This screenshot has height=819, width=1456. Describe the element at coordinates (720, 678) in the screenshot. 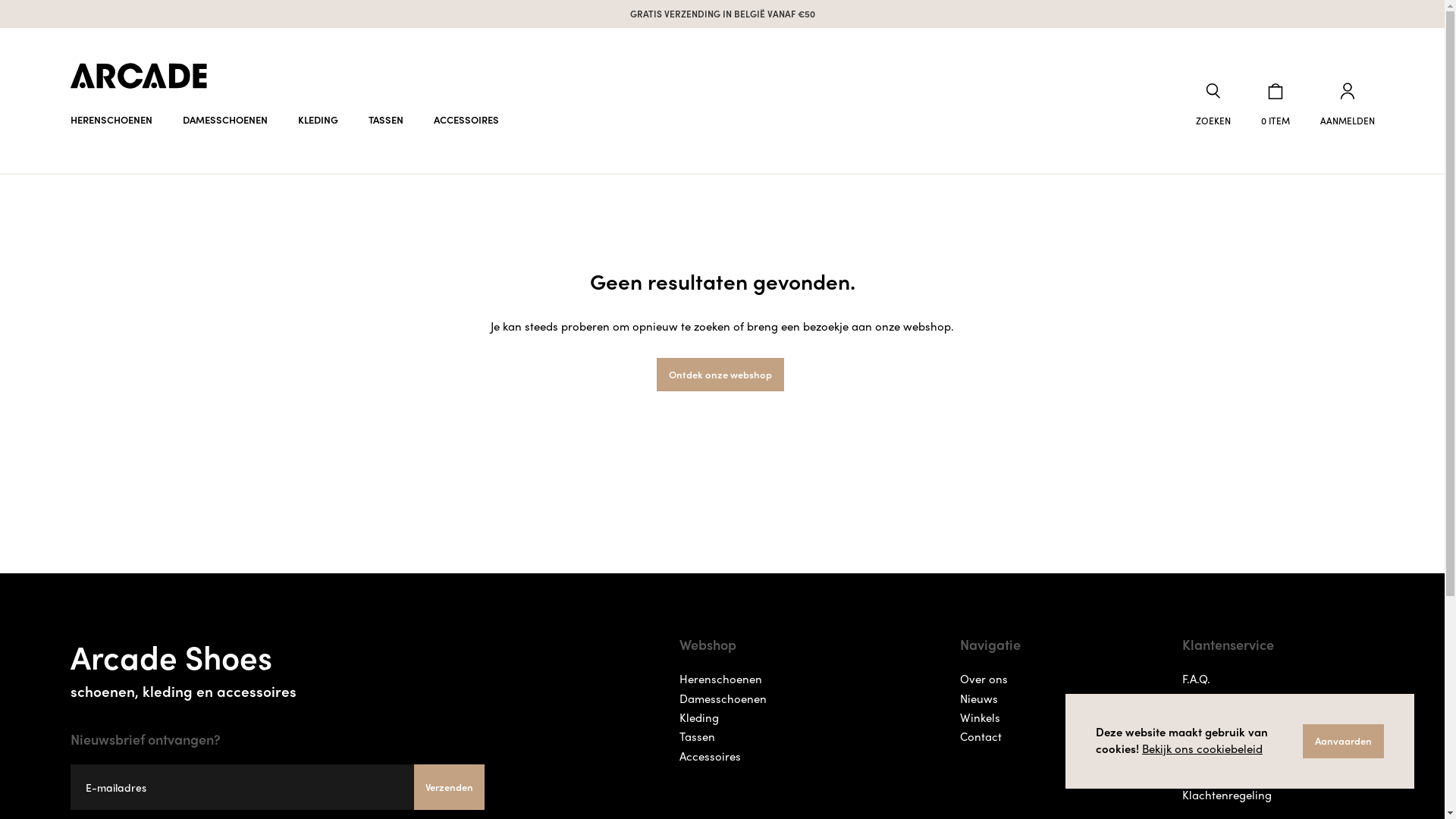

I see `'Herenschoenen'` at that location.